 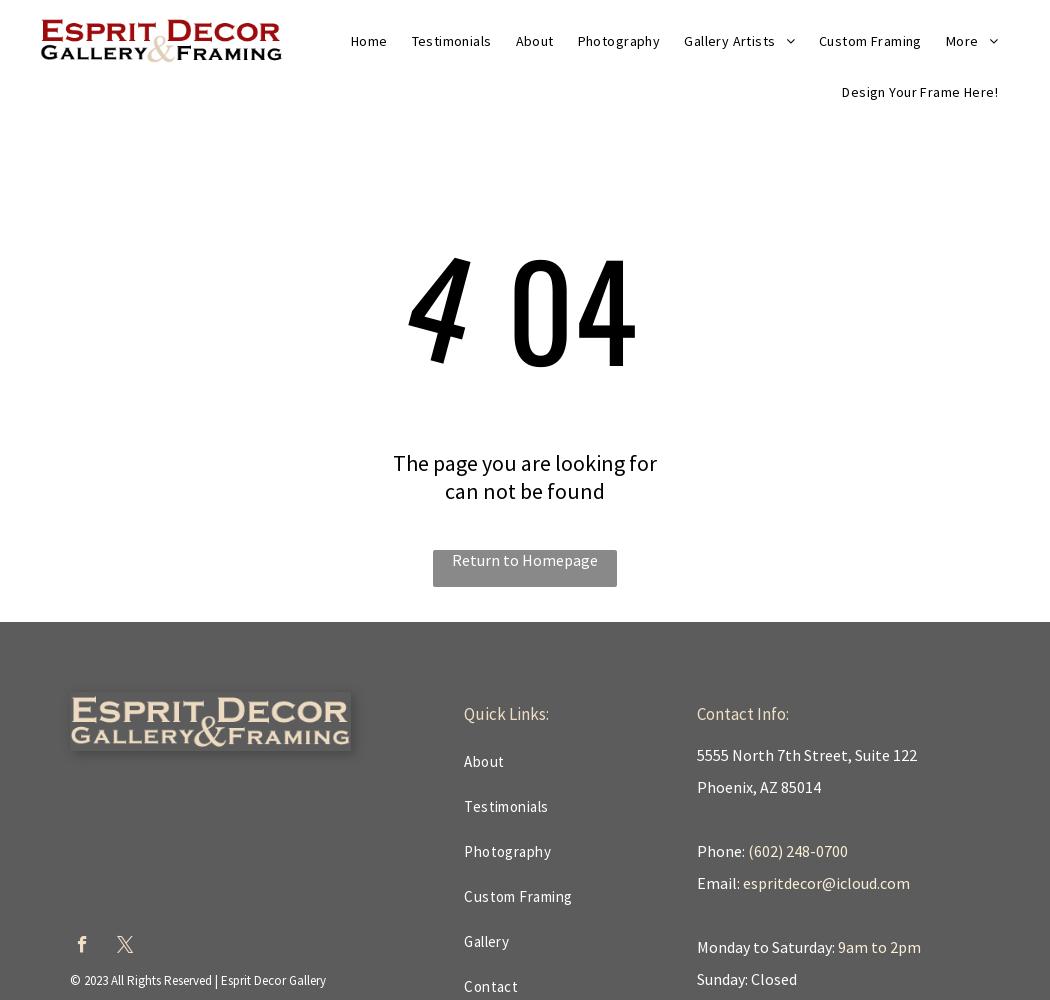 What do you see at coordinates (765, 946) in the screenshot?
I see `'Monday to Saturday:'` at bounding box center [765, 946].